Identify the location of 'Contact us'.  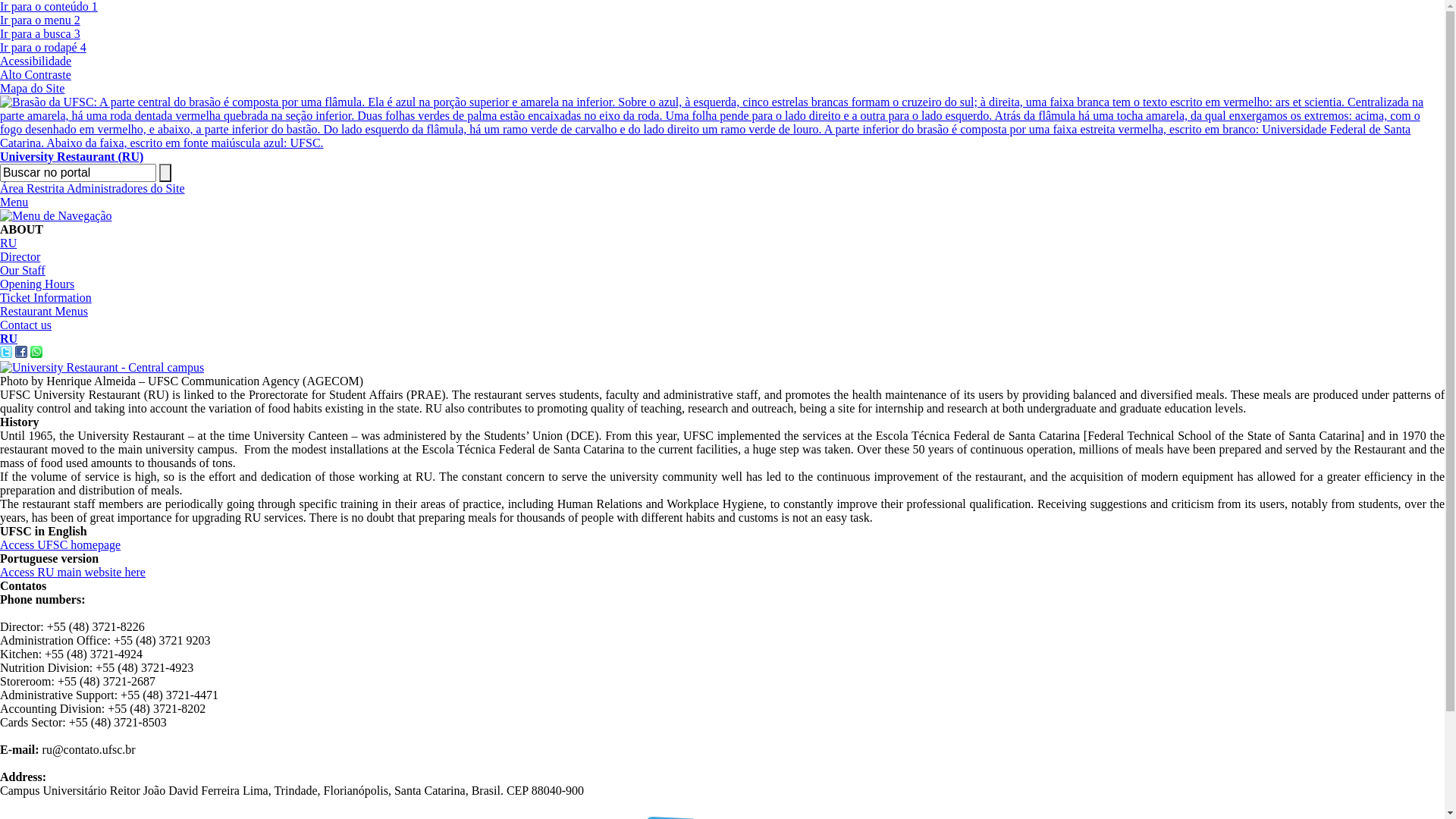
(25, 324).